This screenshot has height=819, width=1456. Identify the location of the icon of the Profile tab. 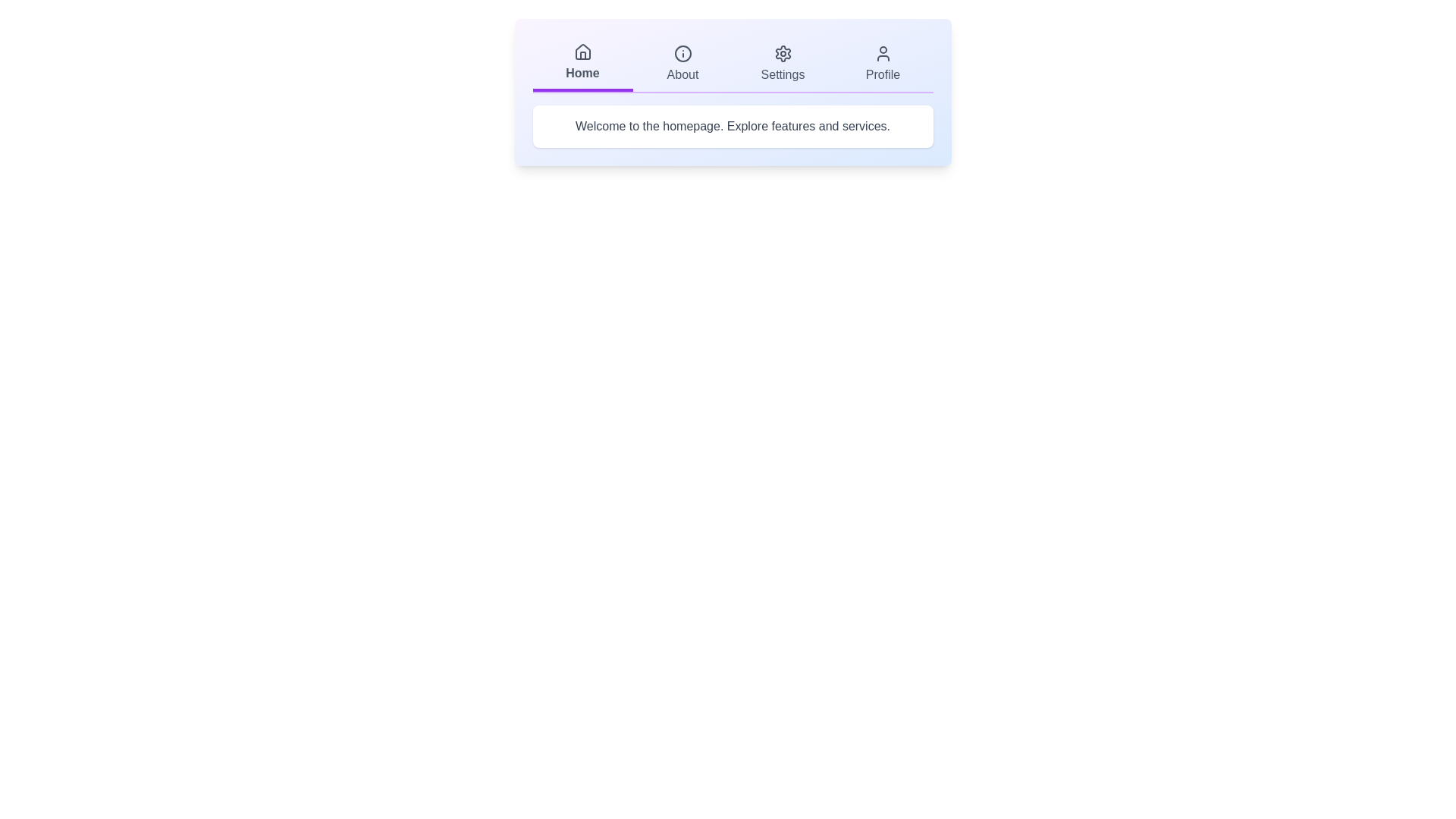
(883, 52).